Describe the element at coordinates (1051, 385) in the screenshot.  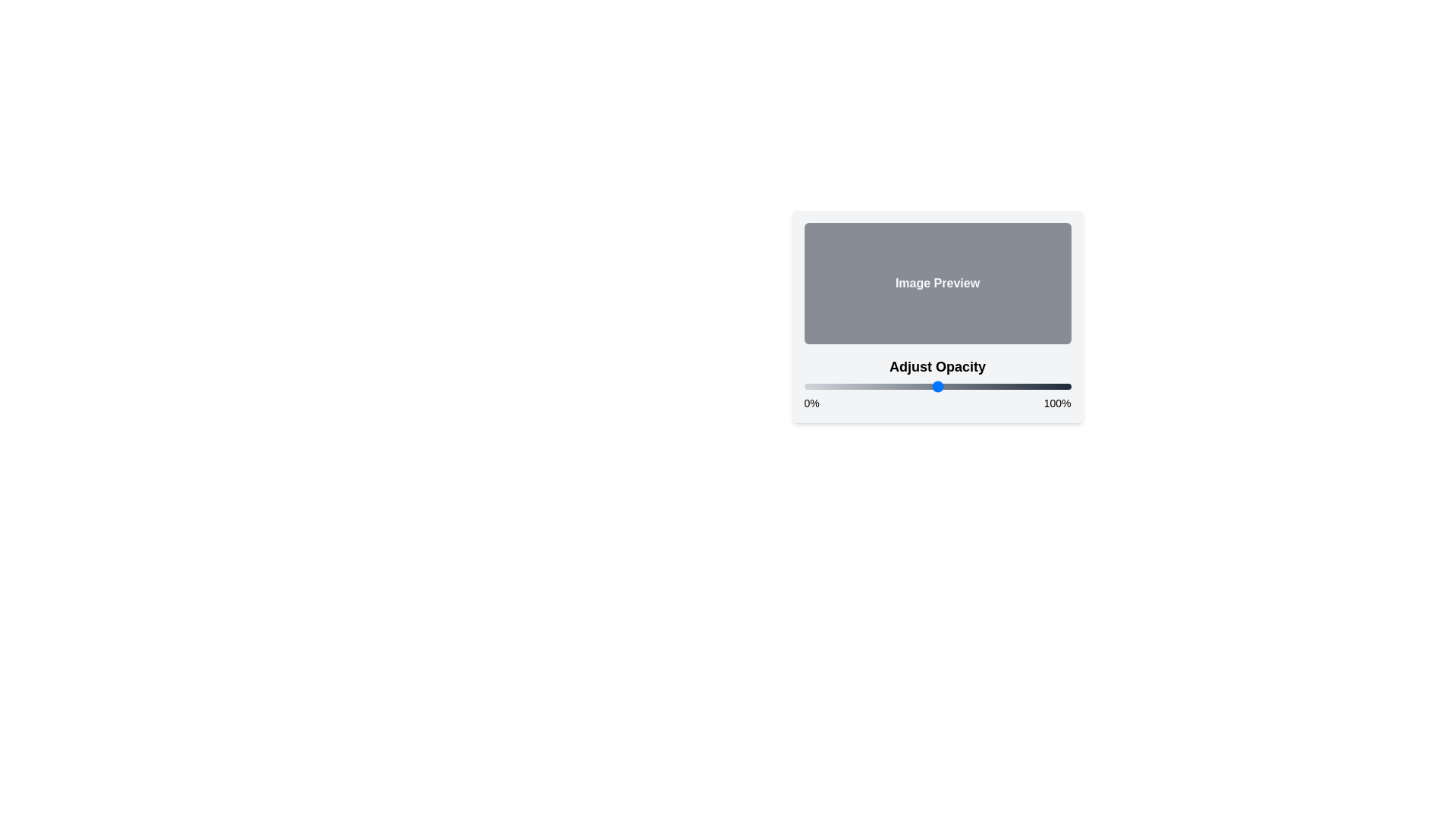
I see `slider value` at that location.